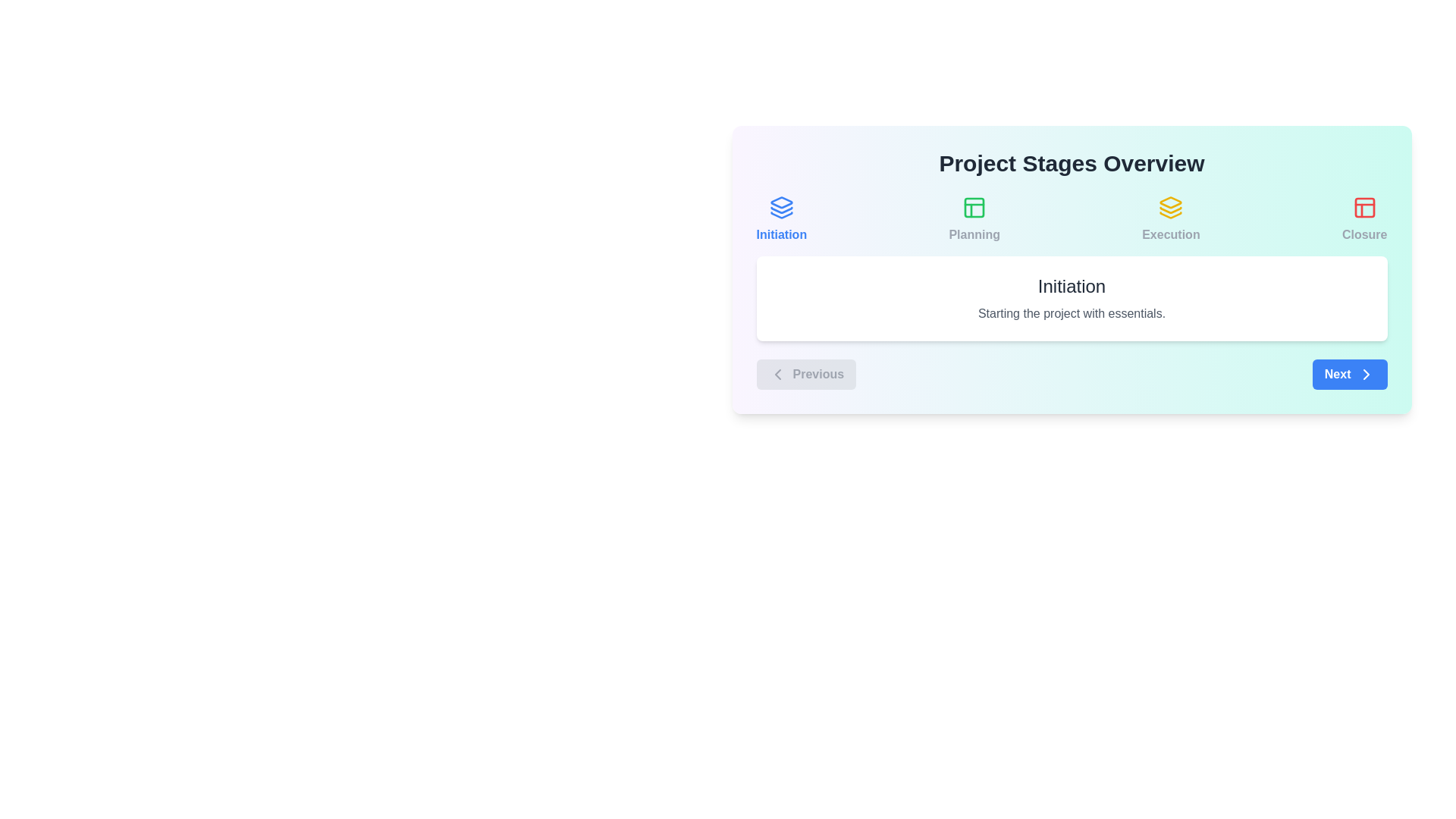 This screenshot has height=819, width=1456. What do you see at coordinates (1170, 215) in the screenshot?
I see `the 'Execution' project stage icon, which is the third icon from the left in the 'Project Stages Overview' UI, positioned between 'Planning' and 'Closure'` at bounding box center [1170, 215].